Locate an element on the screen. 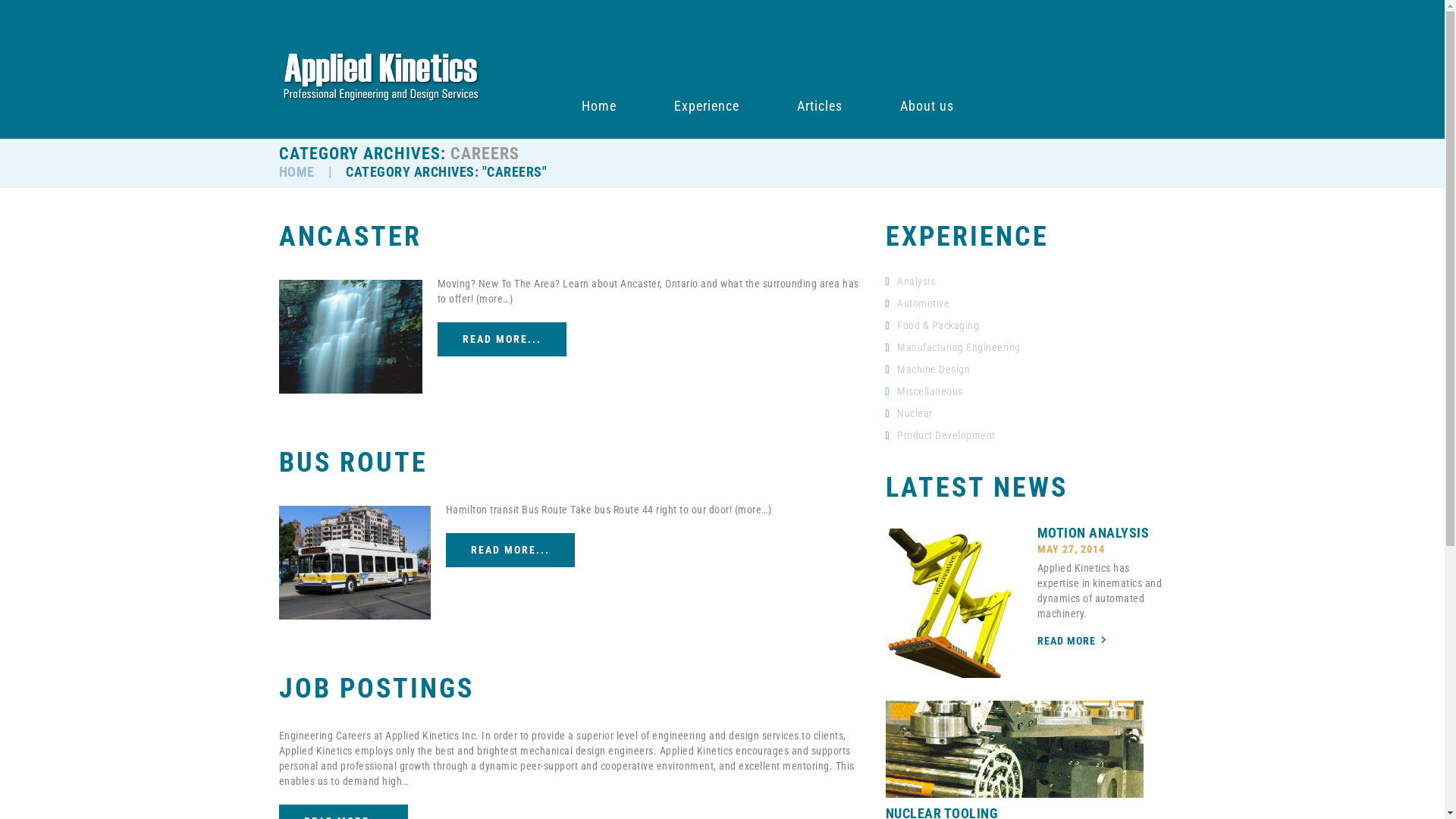 Image resolution: width=1456 pixels, height=819 pixels. 'Product Development' is located at coordinates (896, 435).